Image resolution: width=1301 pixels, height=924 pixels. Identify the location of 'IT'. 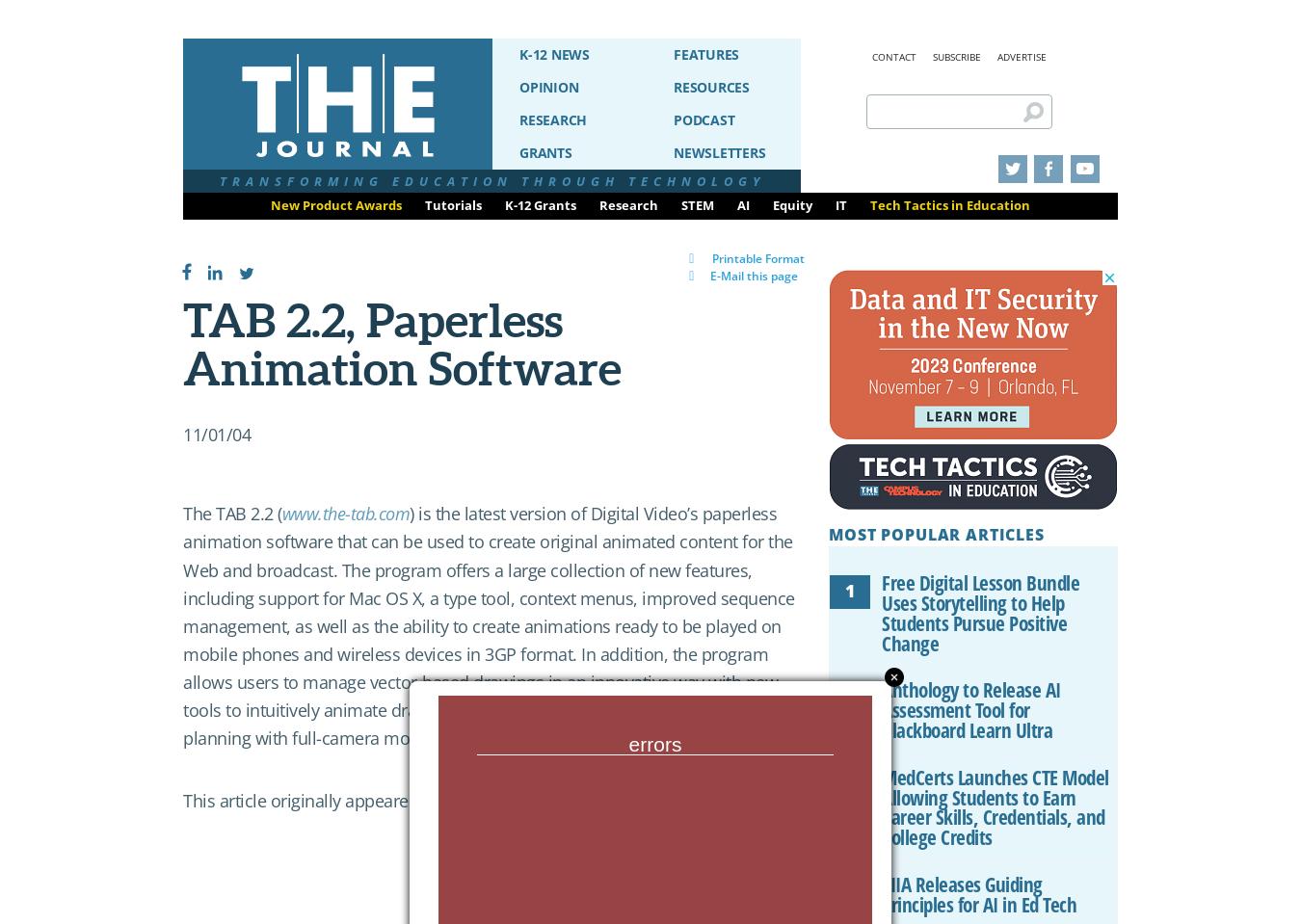
(841, 204).